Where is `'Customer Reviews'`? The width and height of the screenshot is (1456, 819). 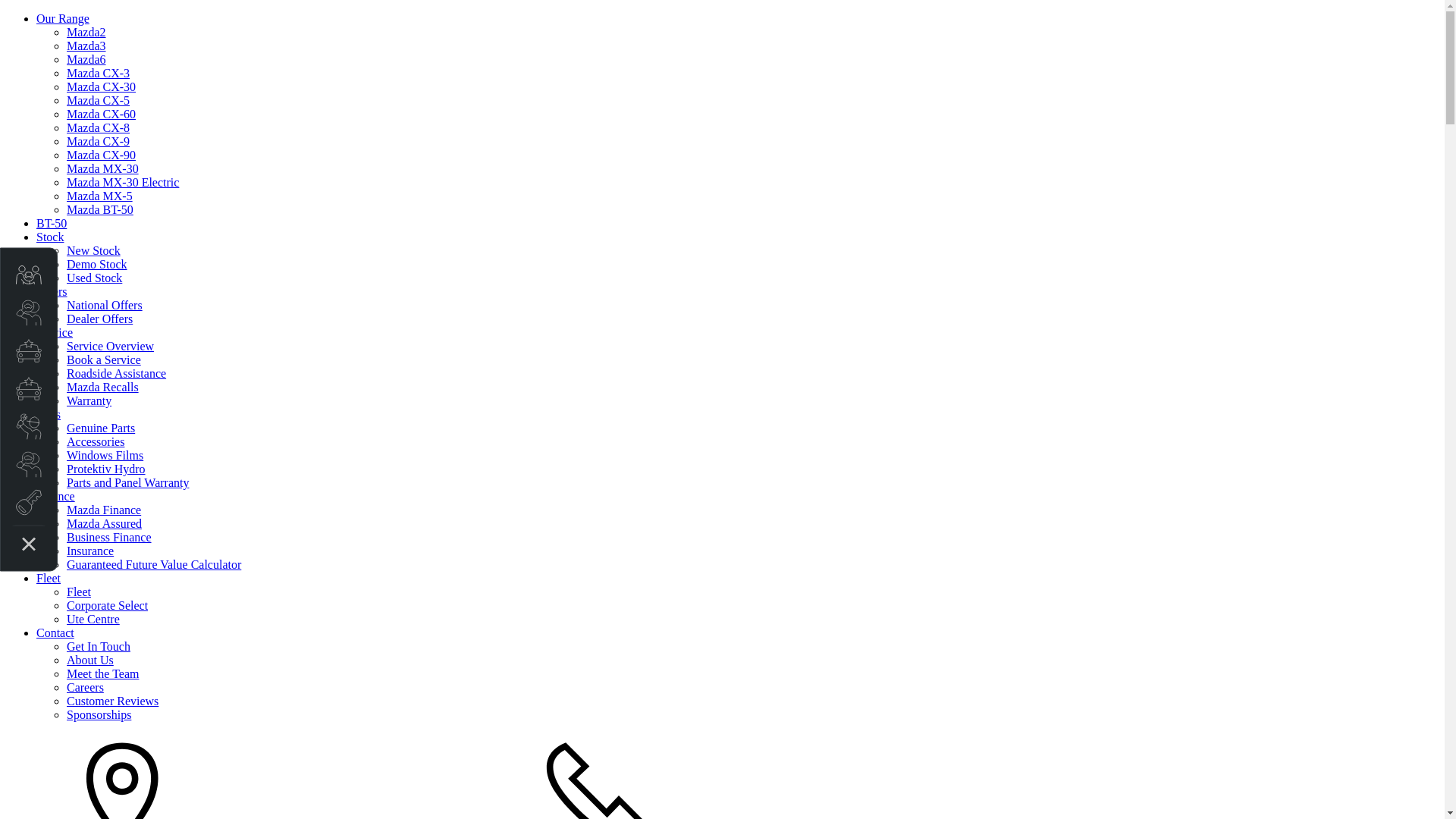 'Customer Reviews' is located at coordinates (111, 701).